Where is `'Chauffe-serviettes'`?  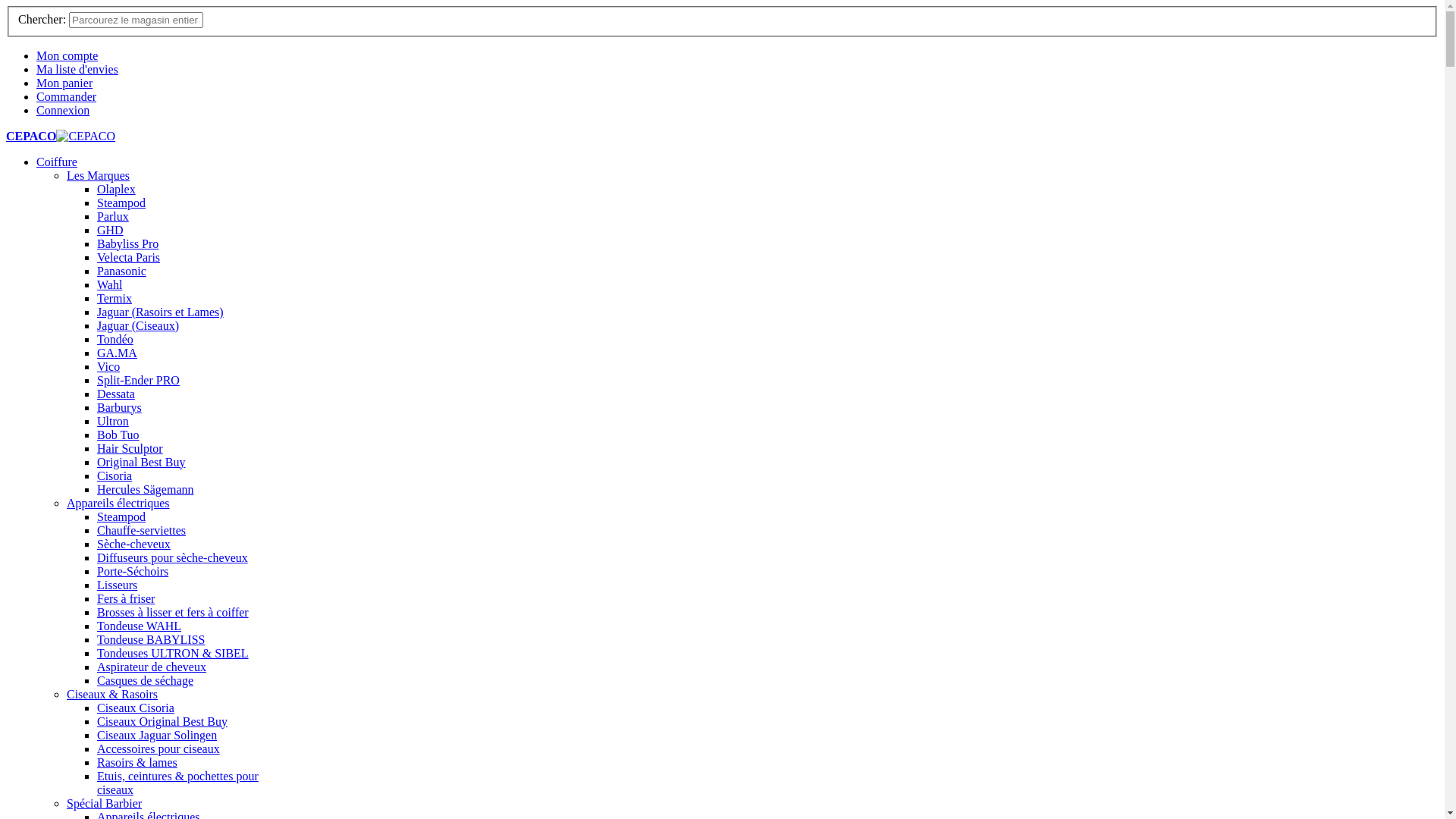
'Chauffe-serviettes' is located at coordinates (141, 529).